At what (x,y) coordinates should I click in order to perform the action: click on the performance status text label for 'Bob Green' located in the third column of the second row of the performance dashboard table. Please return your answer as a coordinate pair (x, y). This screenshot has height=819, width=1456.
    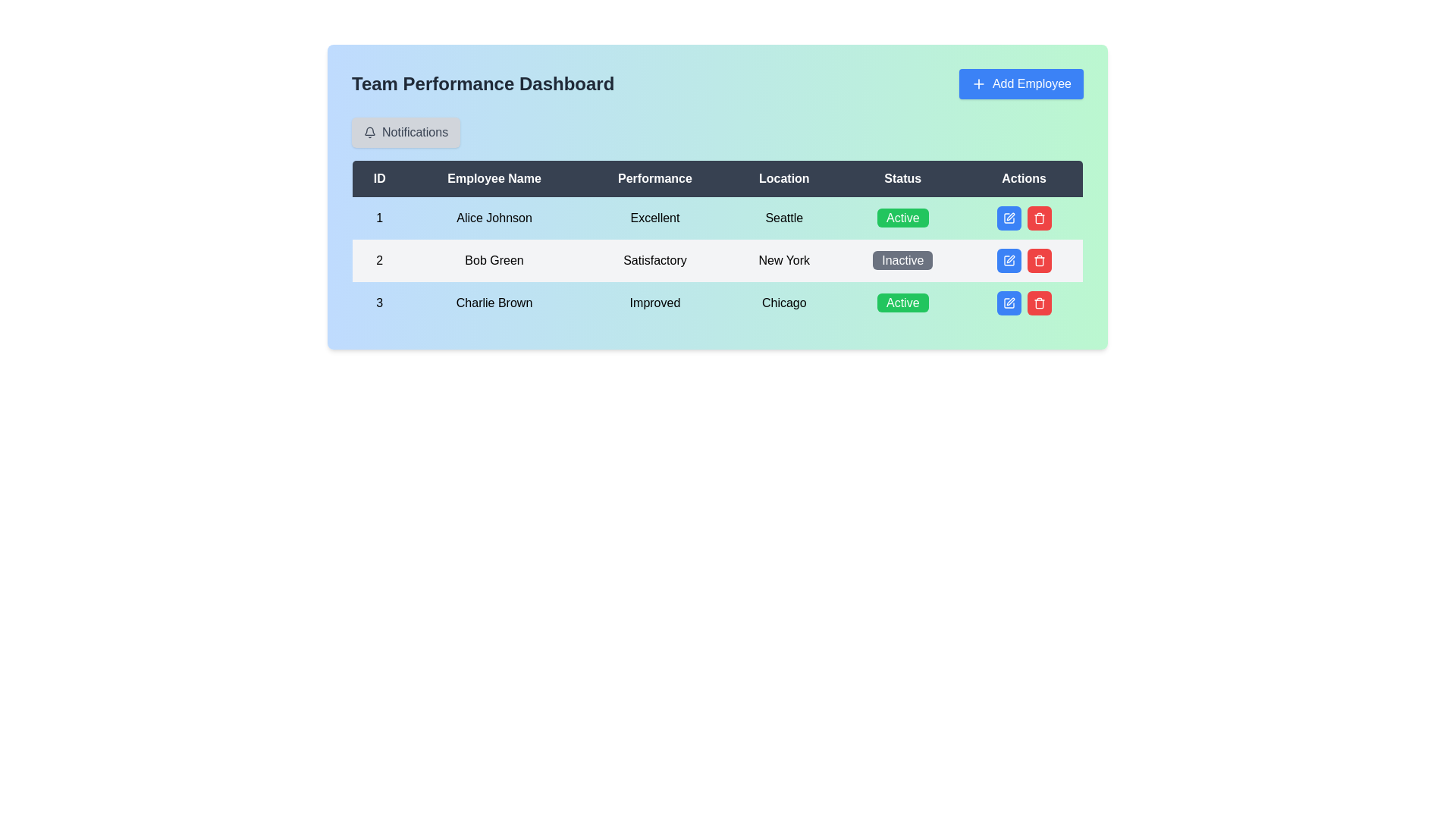
    Looking at the image, I should click on (655, 259).